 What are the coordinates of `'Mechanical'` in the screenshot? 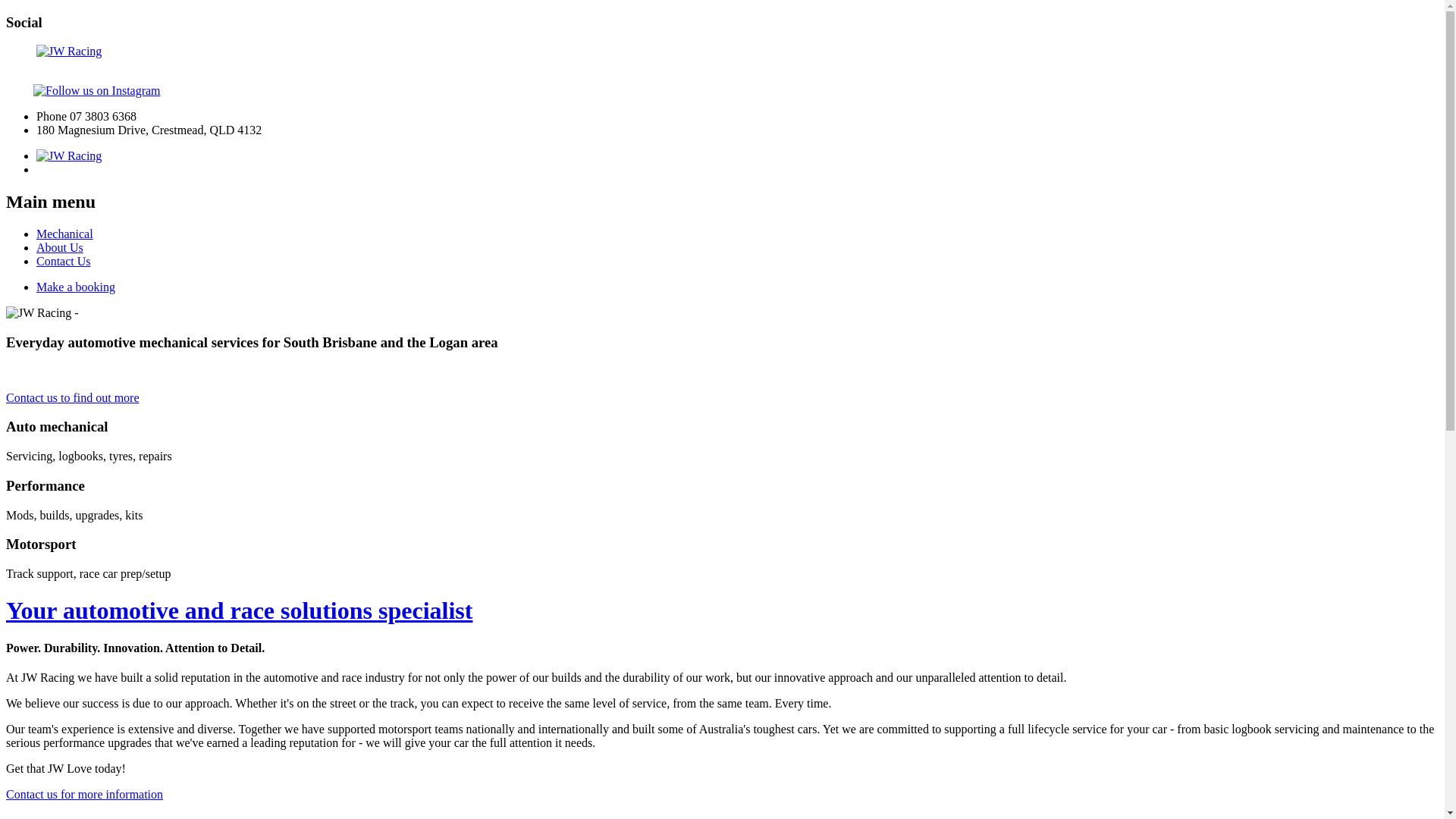 It's located at (64, 234).